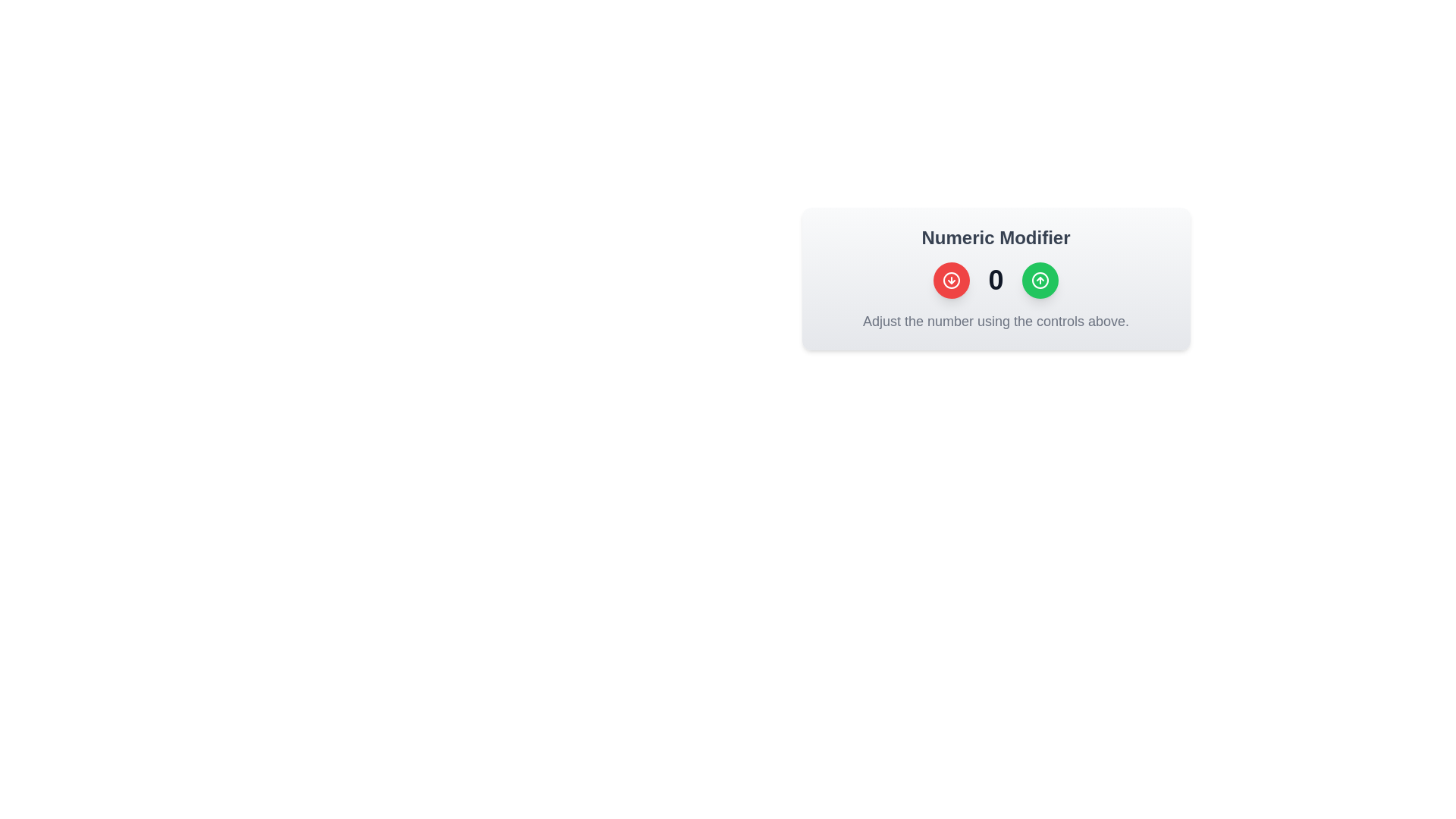 The image size is (1456, 819). I want to click on the SVG graphical element (circle) that resembles an upward-pointing arrow, which is part of a numeric modifier interface near the green confirmation button, so click(1039, 281).